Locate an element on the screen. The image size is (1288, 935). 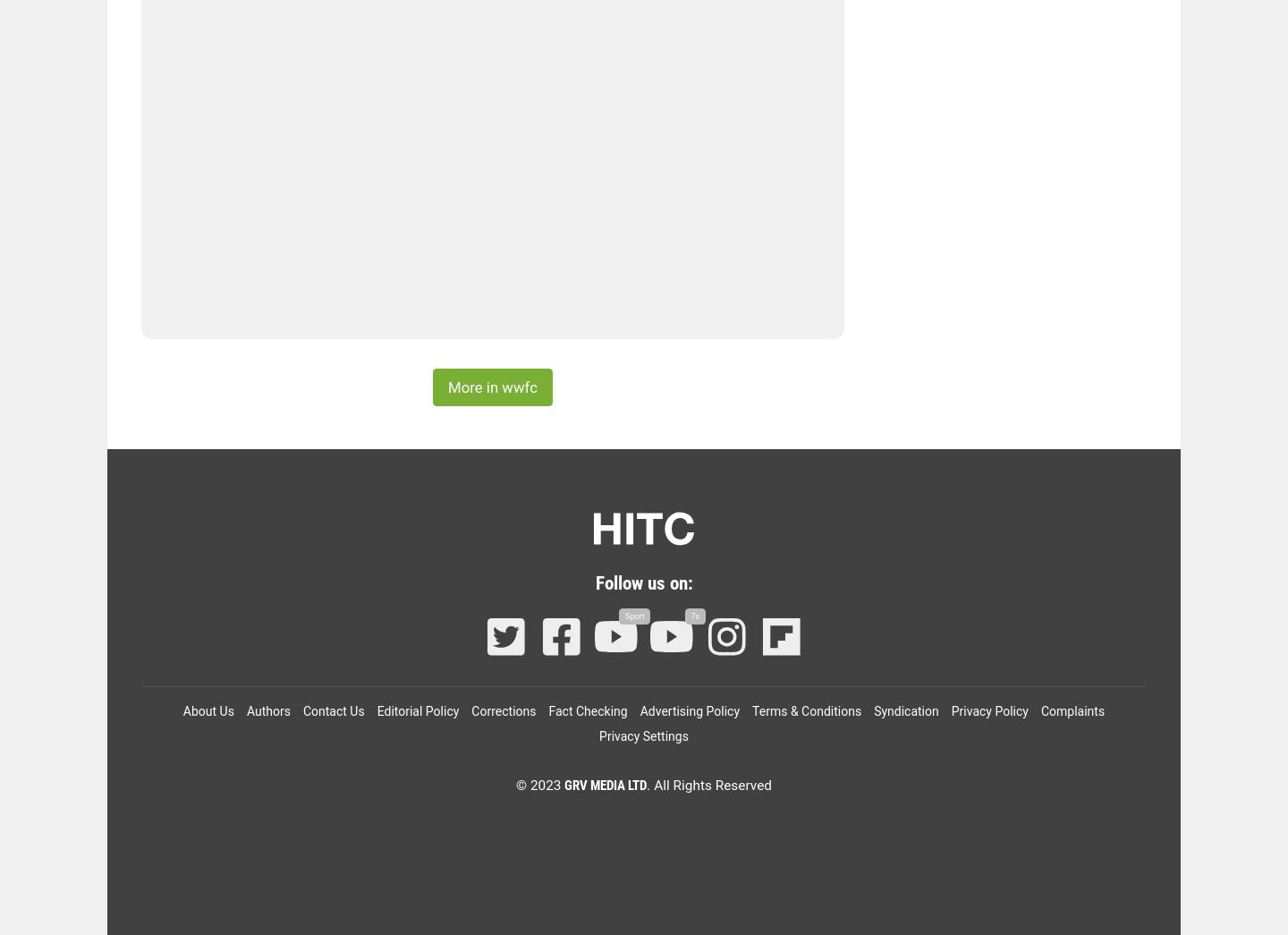
'Privacy Policy' is located at coordinates (951, 711).